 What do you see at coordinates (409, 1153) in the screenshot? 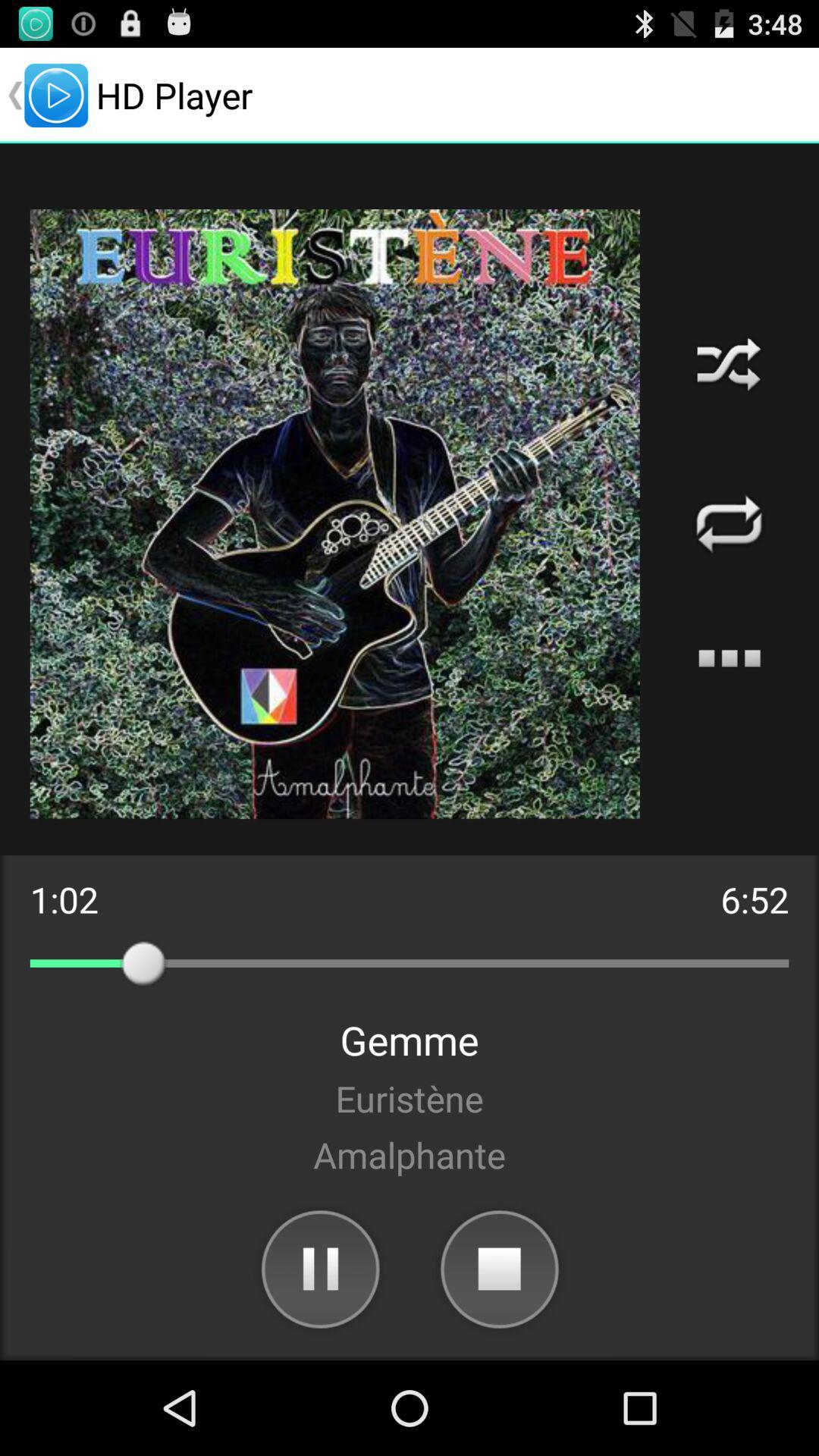
I see `amalphante app` at bounding box center [409, 1153].